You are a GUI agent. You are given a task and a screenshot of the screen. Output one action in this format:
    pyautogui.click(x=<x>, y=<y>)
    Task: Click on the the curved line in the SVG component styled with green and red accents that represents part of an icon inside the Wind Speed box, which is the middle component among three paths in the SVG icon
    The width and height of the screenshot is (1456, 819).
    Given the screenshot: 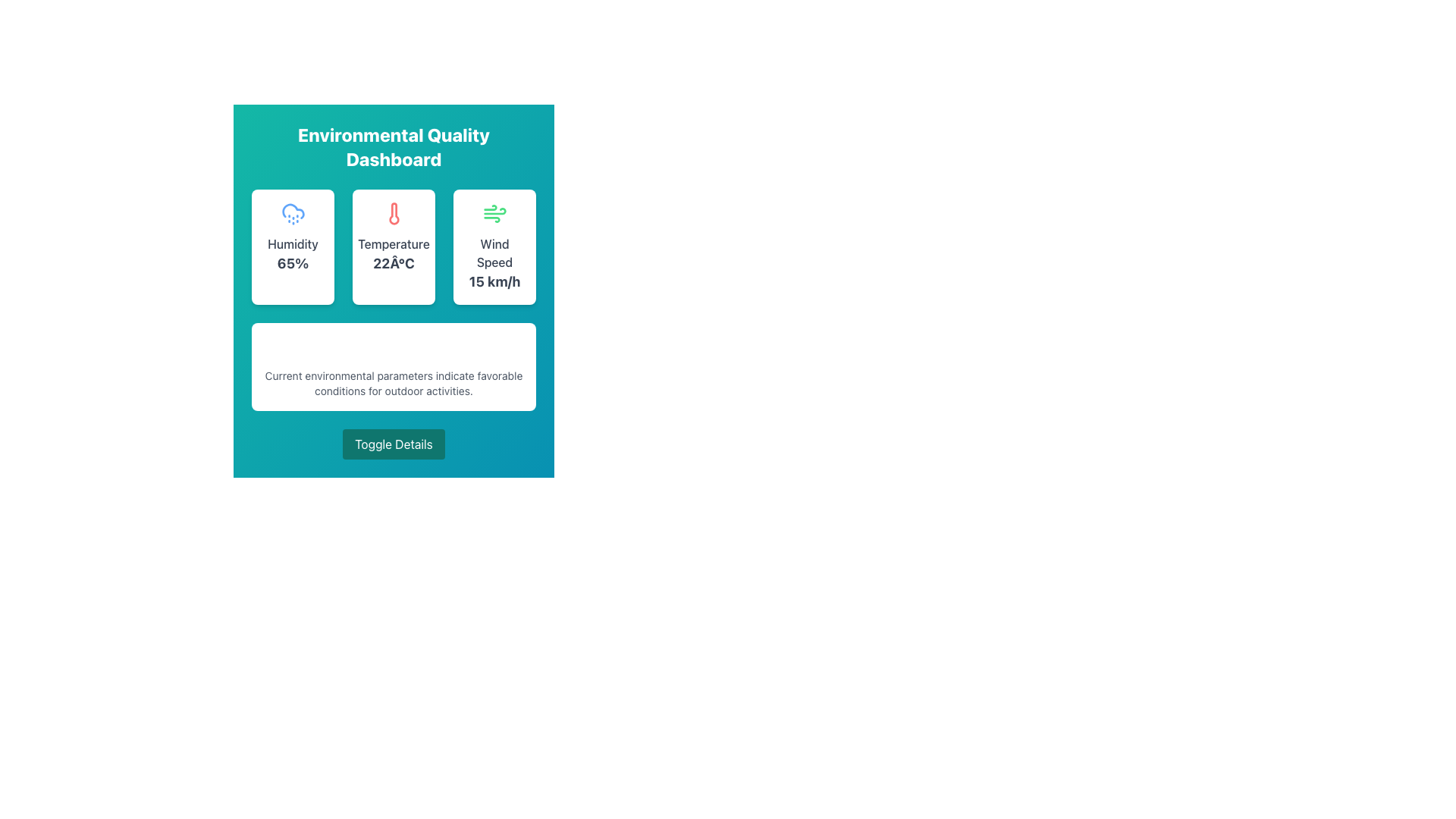 What is the action you would take?
    pyautogui.click(x=494, y=211)
    